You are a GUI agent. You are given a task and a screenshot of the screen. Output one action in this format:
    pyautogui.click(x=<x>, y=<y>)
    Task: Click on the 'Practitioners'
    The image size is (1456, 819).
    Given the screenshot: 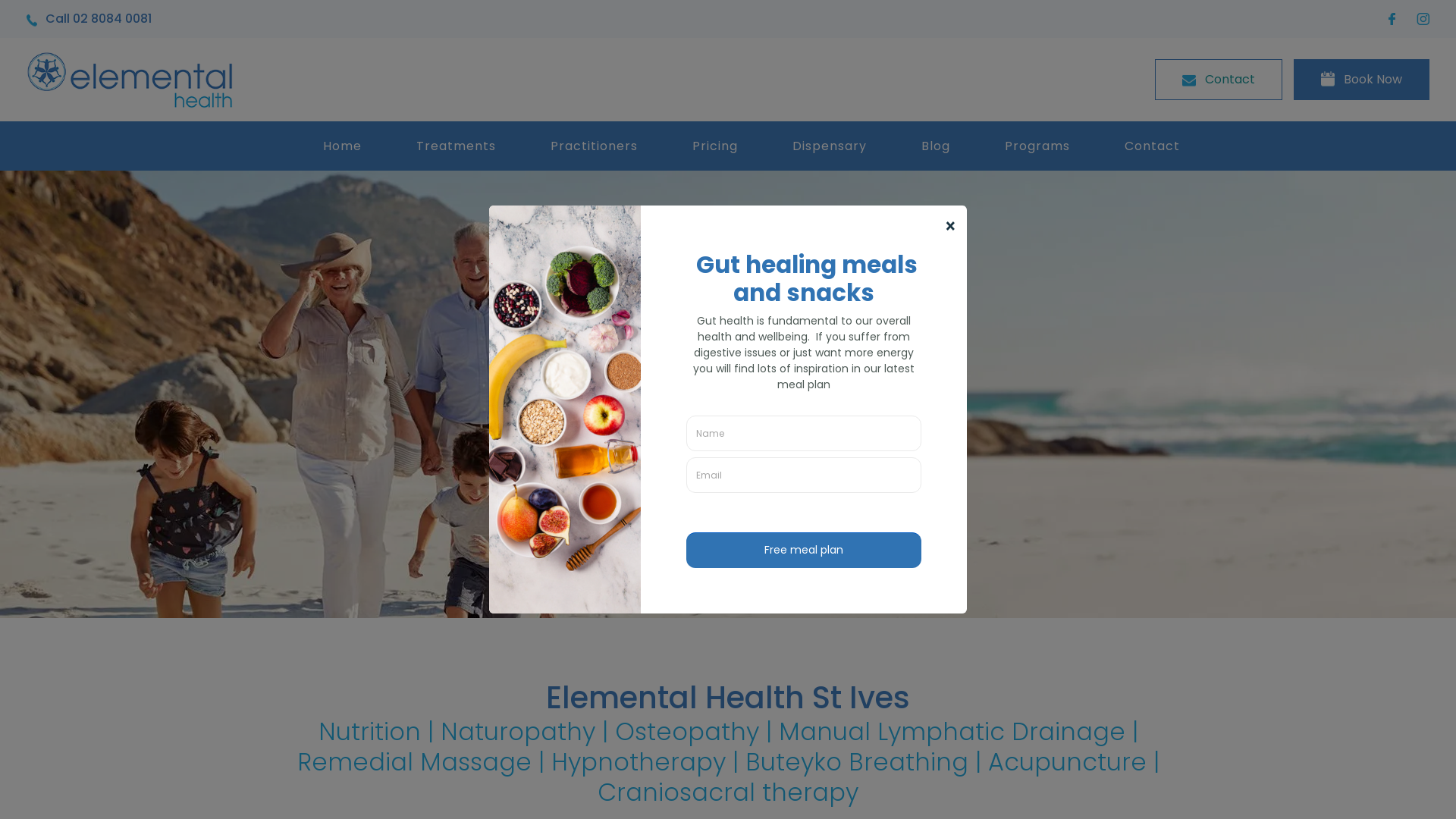 What is the action you would take?
    pyautogui.click(x=593, y=146)
    